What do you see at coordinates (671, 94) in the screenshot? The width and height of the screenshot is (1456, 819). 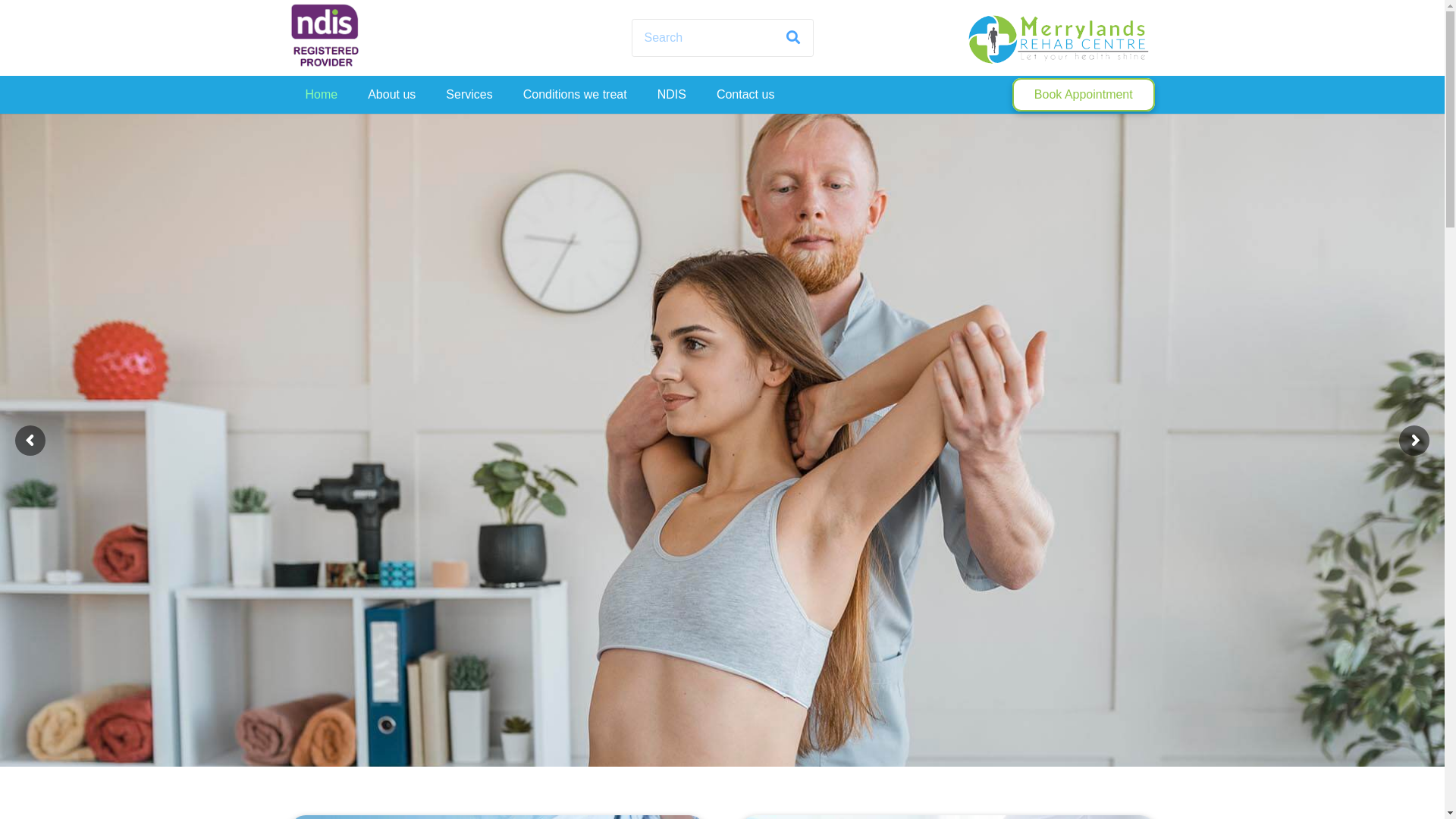 I see `'NDIS'` at bounding box center [671, 94].